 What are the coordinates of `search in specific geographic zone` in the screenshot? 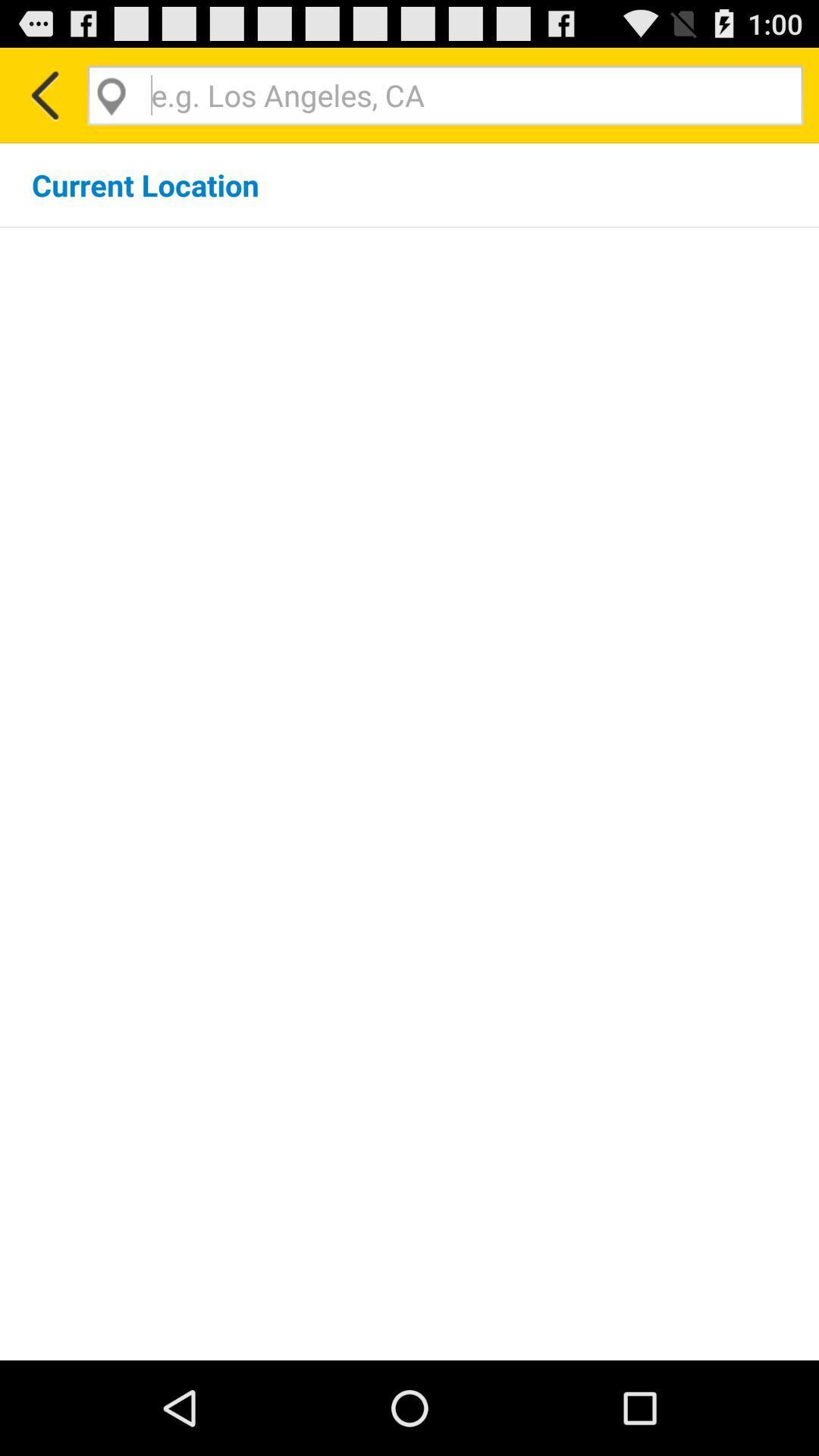 It's located at (444, 94).